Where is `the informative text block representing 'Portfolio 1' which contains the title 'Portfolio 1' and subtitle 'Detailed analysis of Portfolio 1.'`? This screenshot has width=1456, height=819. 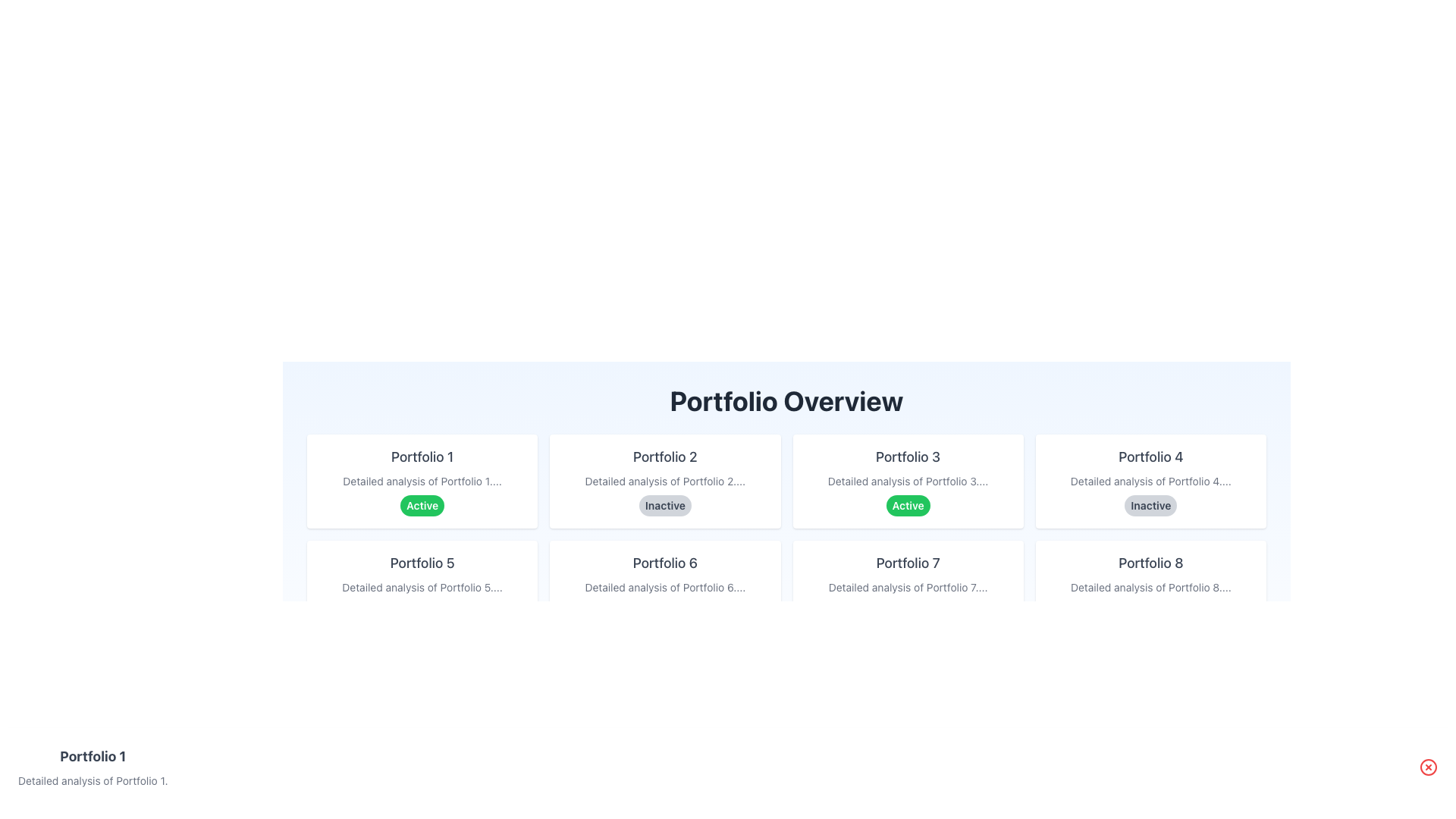
the informative text block representing 'Portfolio 1' which contains the title 'Portfolio 1' and subtitle 'Detailed analysis of Portfolio 1.' is located at coordinates (92, 767).